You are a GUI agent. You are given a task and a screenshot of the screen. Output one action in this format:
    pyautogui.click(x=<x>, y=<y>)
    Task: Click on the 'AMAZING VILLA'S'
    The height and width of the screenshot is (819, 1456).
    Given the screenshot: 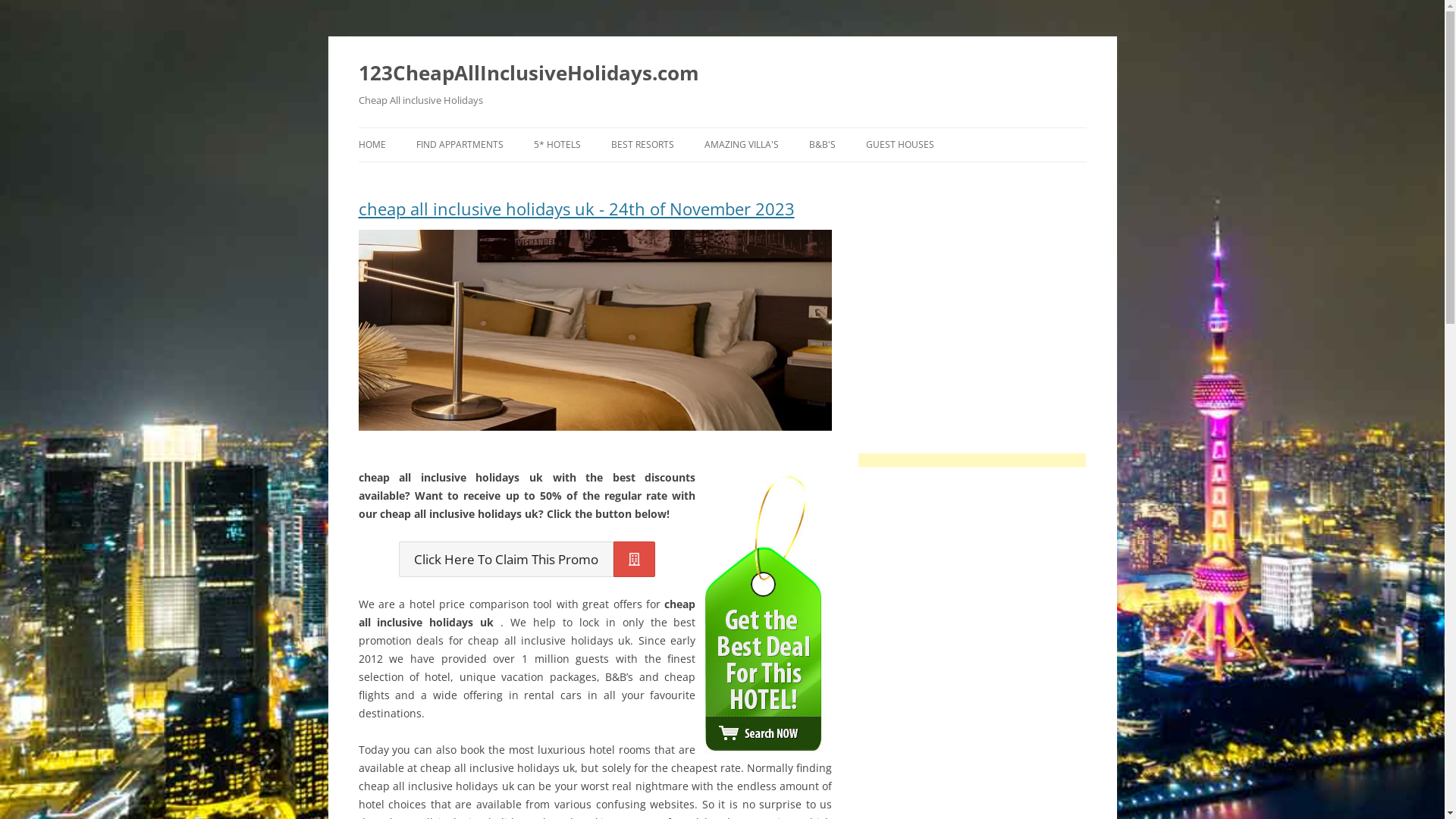 What is the action you would take?
    pyautogui.click(x=741, y=145)
    